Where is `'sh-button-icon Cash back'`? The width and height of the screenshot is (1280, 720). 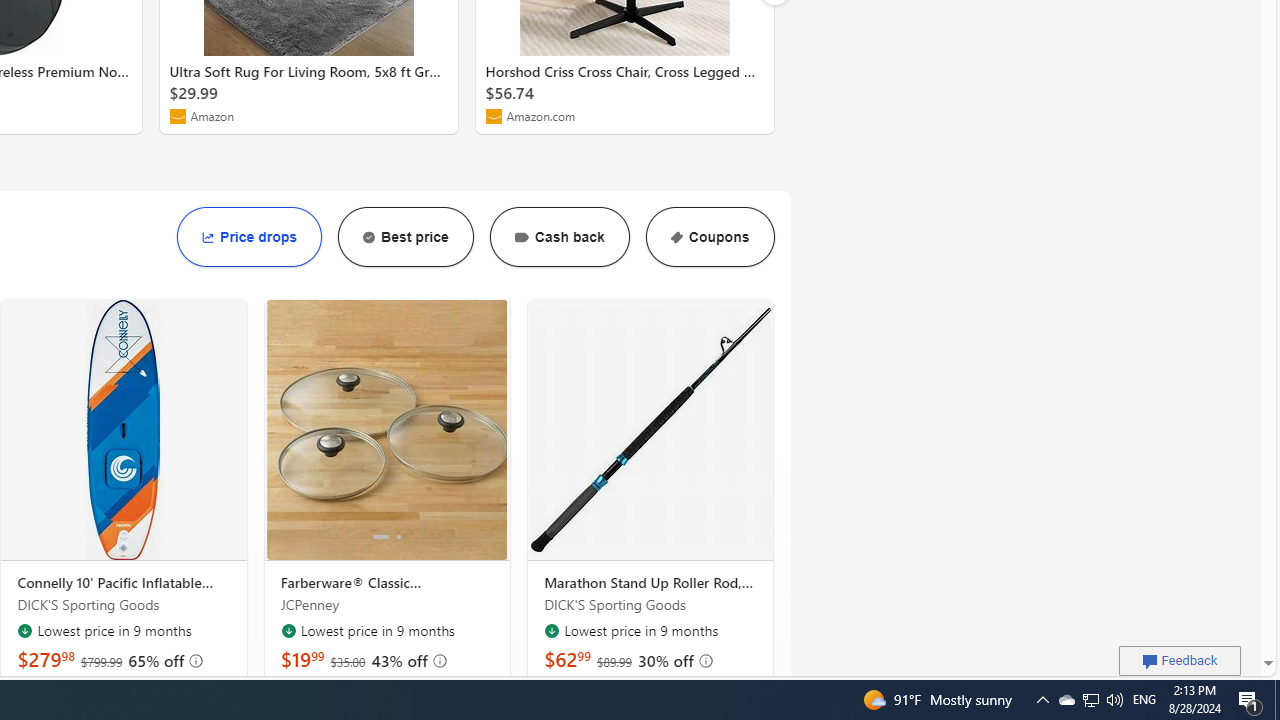
'sh-button-icon Cash back' is located at coordinates (559, 236).